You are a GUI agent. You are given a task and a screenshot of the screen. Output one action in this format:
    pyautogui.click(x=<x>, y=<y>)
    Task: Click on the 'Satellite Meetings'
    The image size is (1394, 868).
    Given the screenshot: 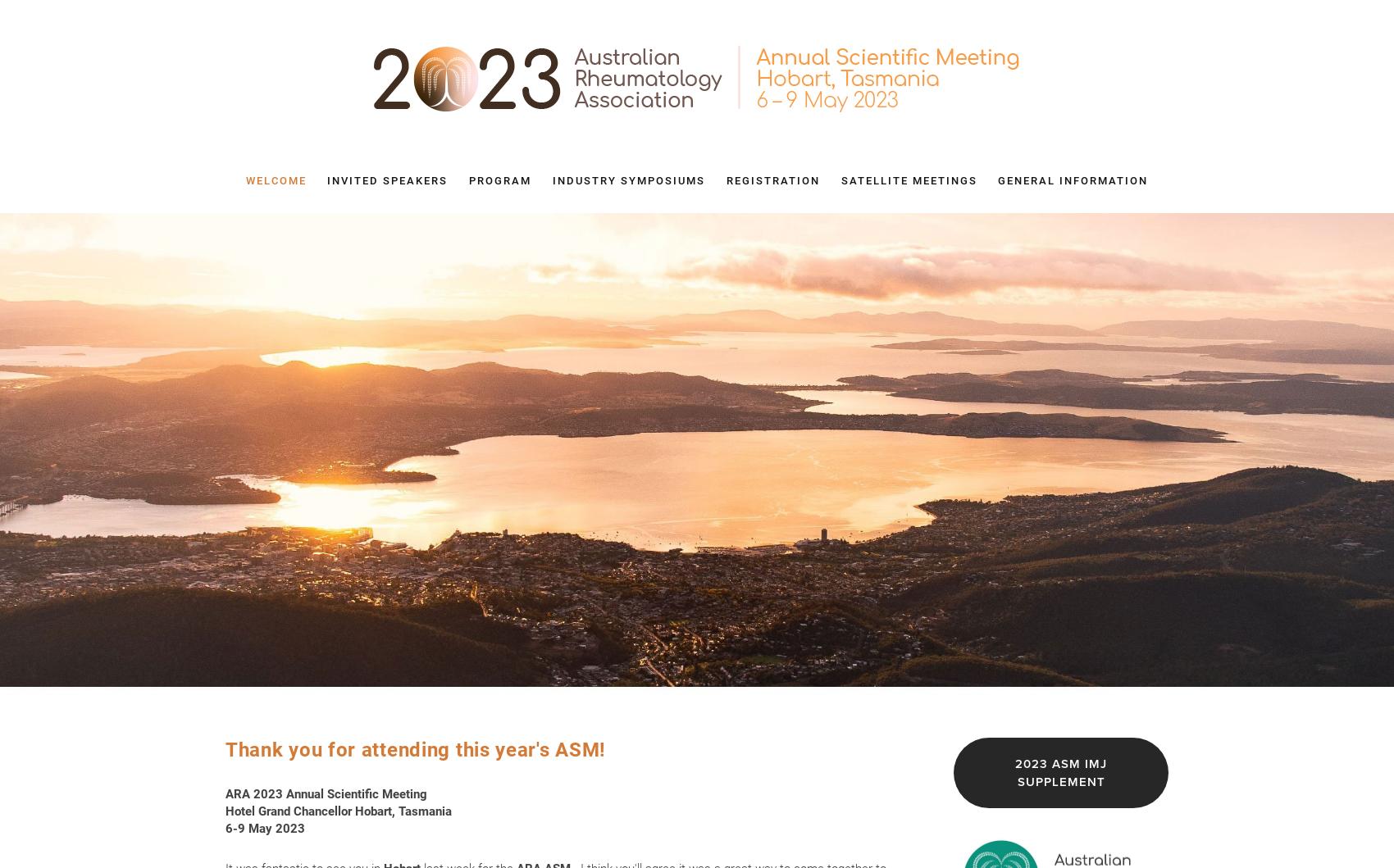 What is the action you would take?
    pyautogui.click(x=909, y=180)
    